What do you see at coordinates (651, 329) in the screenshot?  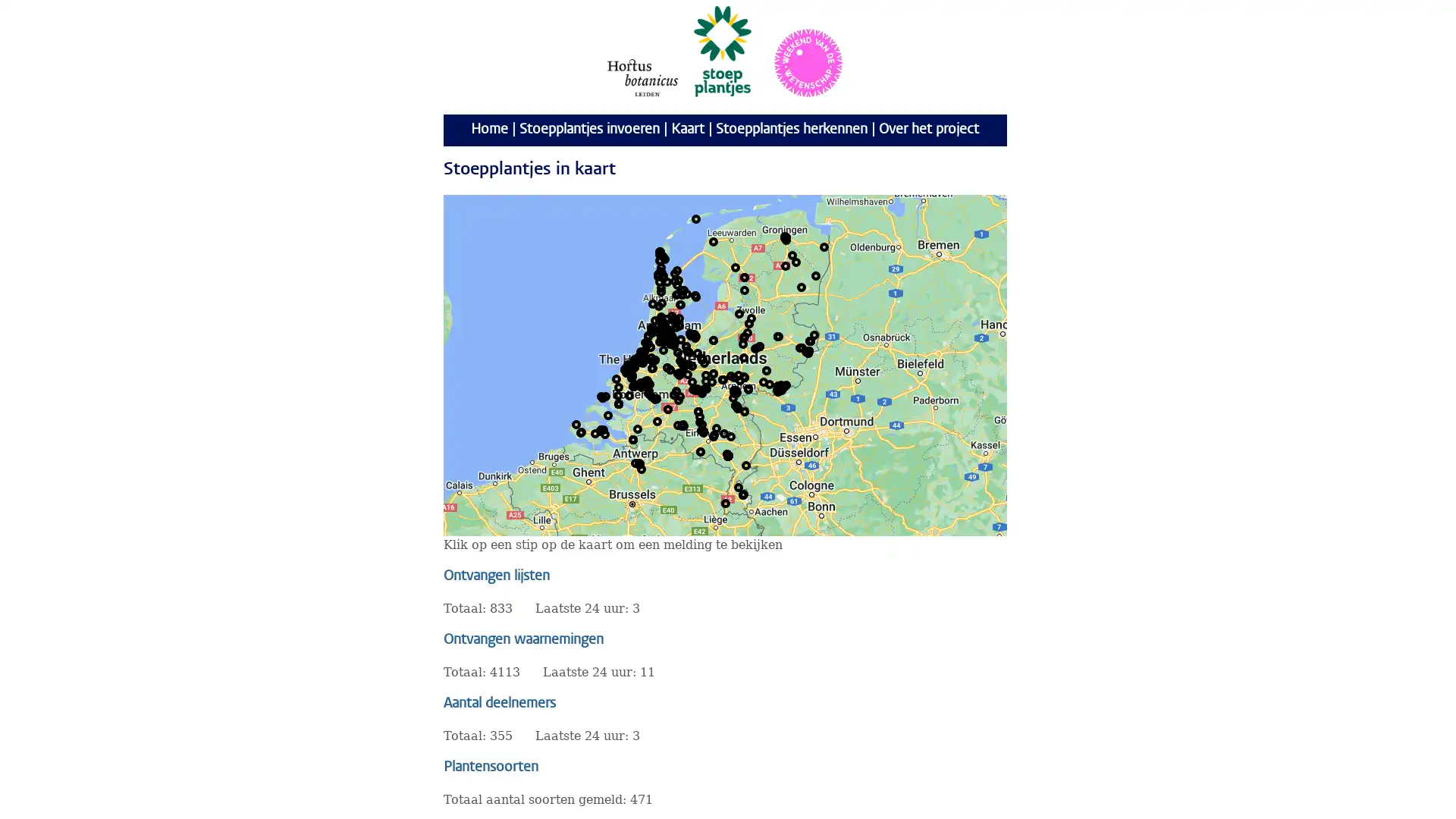 I see `Telling van Truus op 27 april 2022` at bounding box center [651, 329].